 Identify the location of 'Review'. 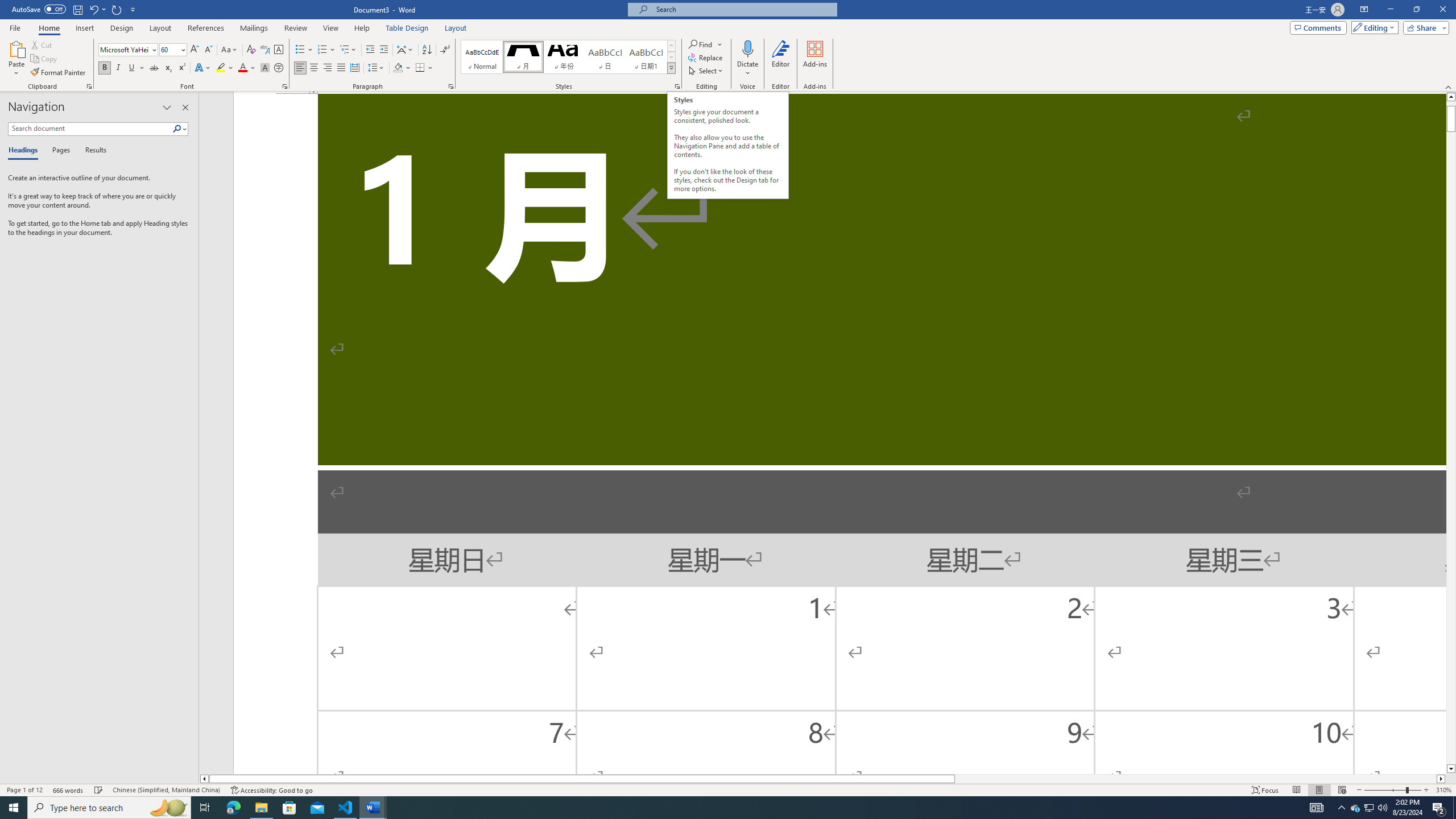
(295, 28).